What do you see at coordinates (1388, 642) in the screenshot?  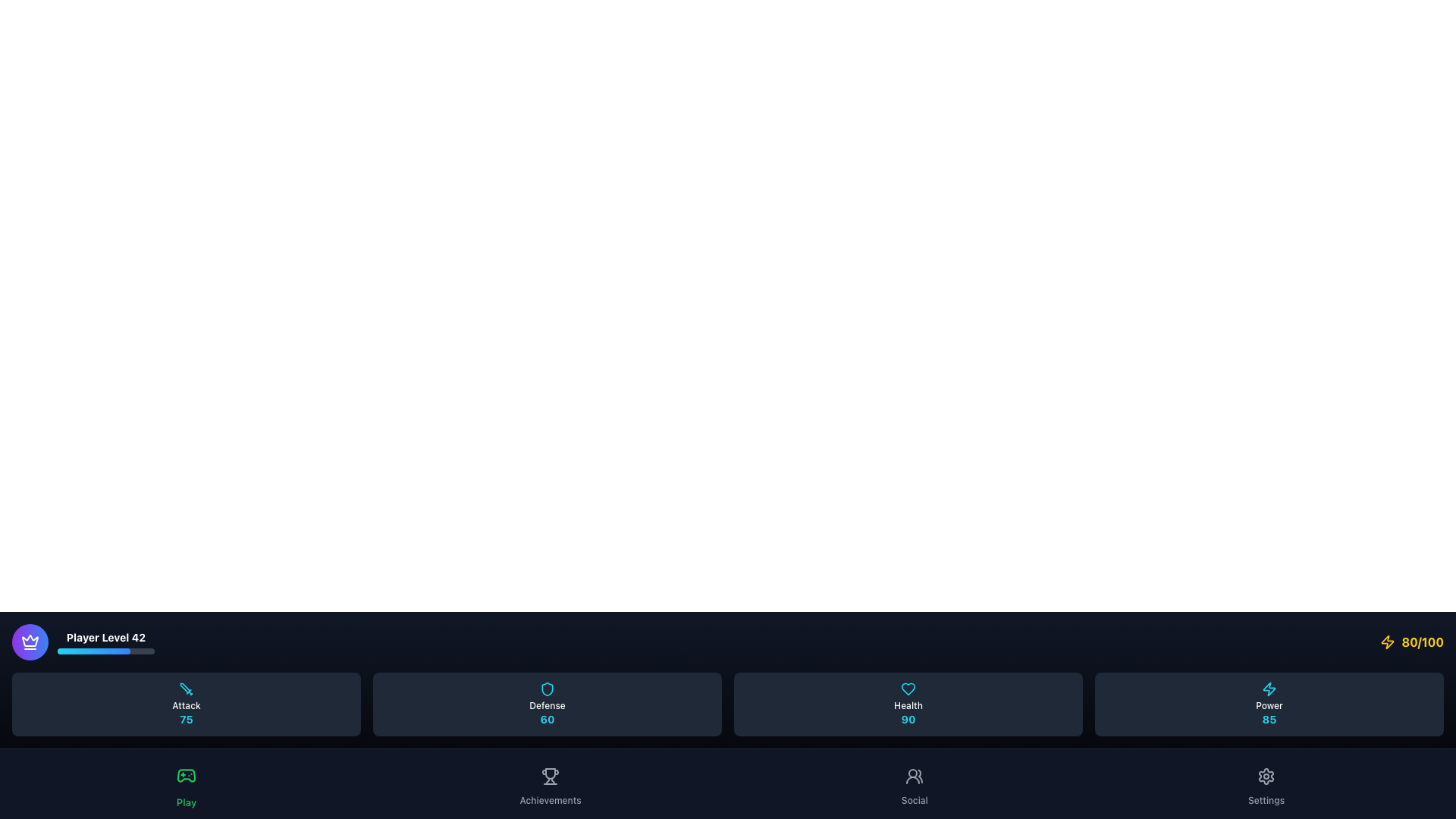 I see `the small yellow lightning bolt icon, which is located in the top-right corner of the lower section of the interface, preceding the textual score '80/100'` at bounding box center [1388, 642].